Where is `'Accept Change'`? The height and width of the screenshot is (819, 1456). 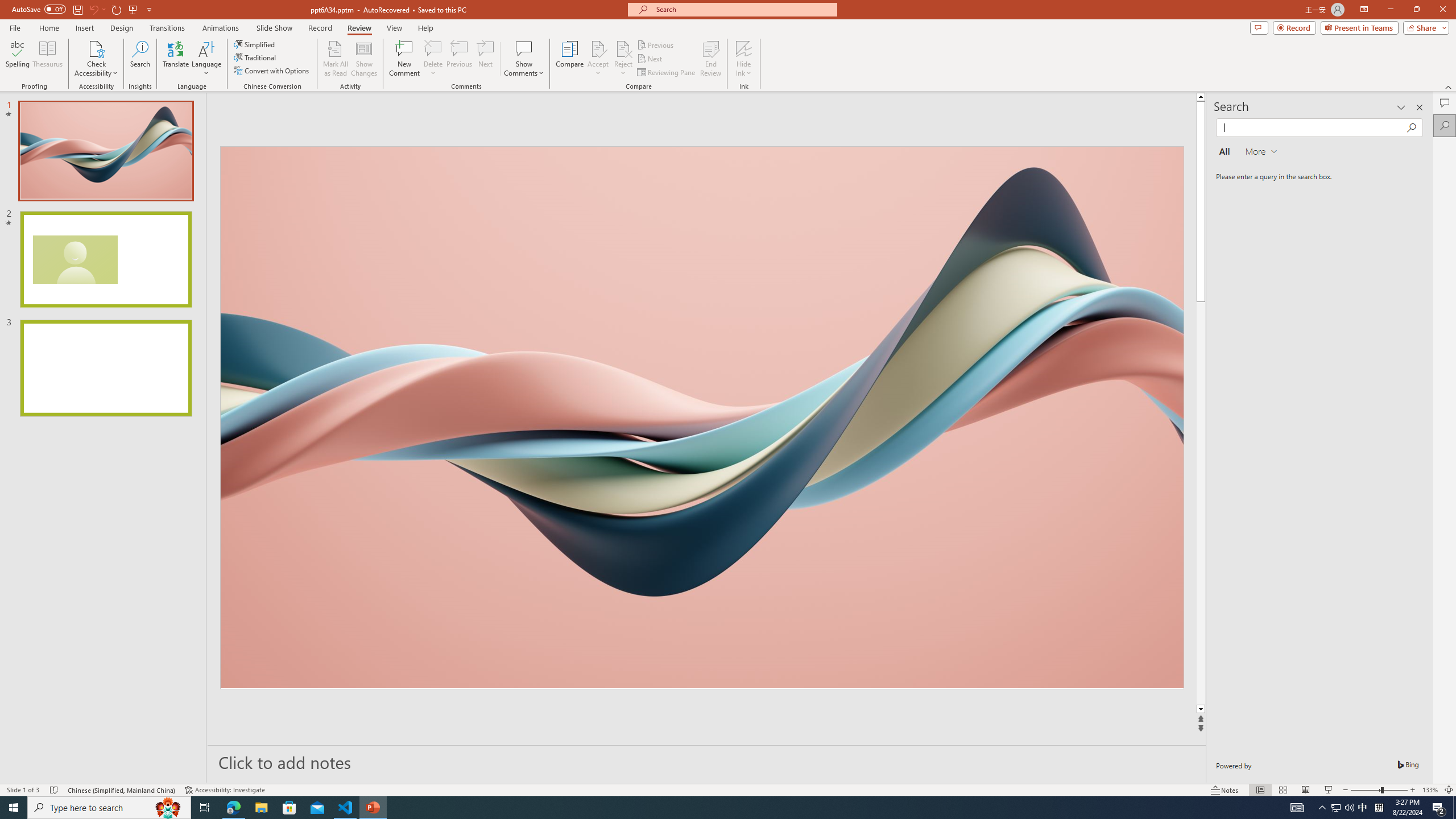 'Accept Change' is located at coordinates (598, 48).